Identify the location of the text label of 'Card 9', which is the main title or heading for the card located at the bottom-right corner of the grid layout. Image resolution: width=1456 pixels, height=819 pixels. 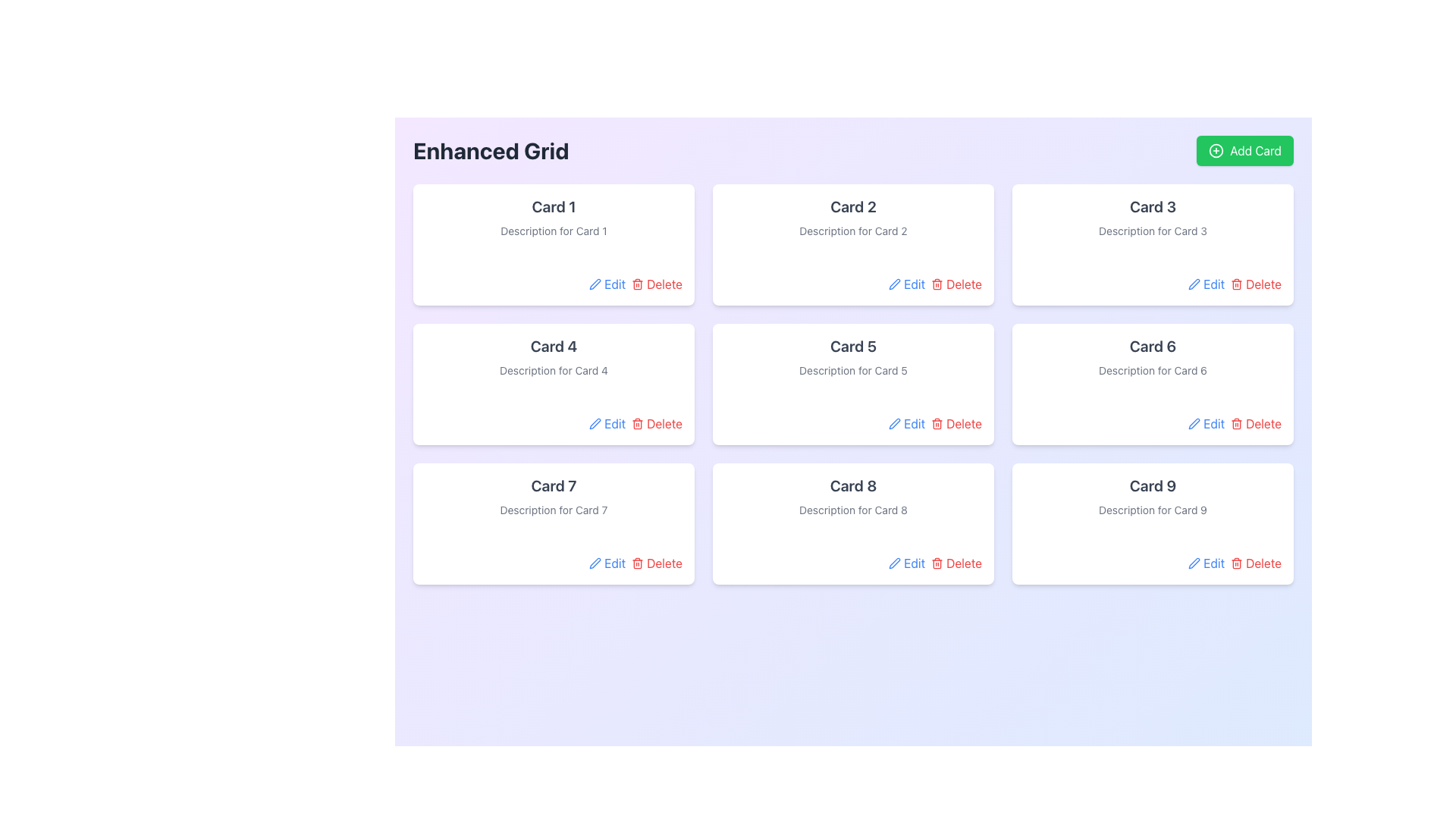
(1153, 485).